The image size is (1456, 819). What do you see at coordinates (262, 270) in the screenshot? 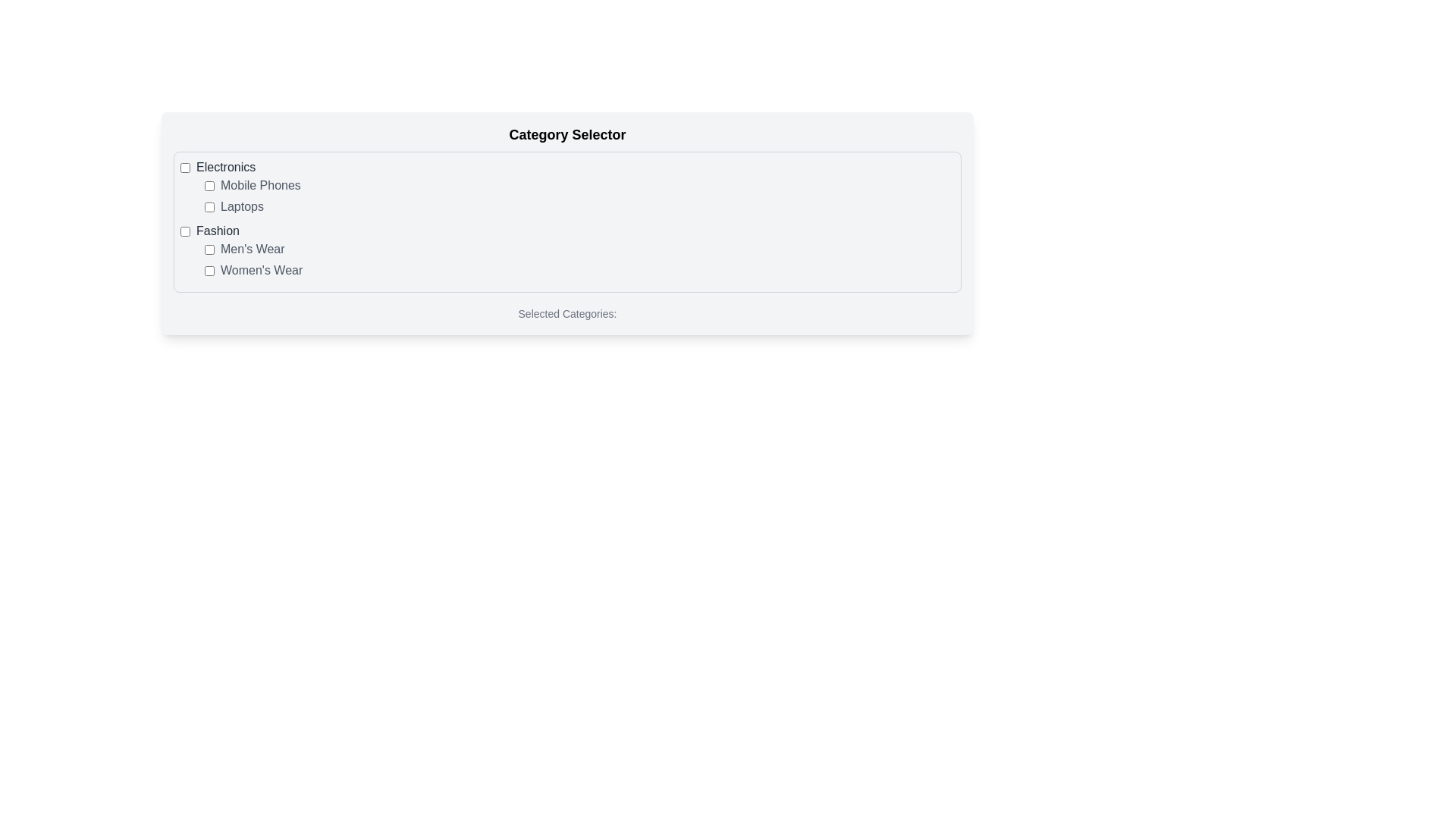
I see `the 'Women's Wear' label located inside the 'Fashion' category to associate it with its adjacent checkbox` at bounding box center [262, 270].